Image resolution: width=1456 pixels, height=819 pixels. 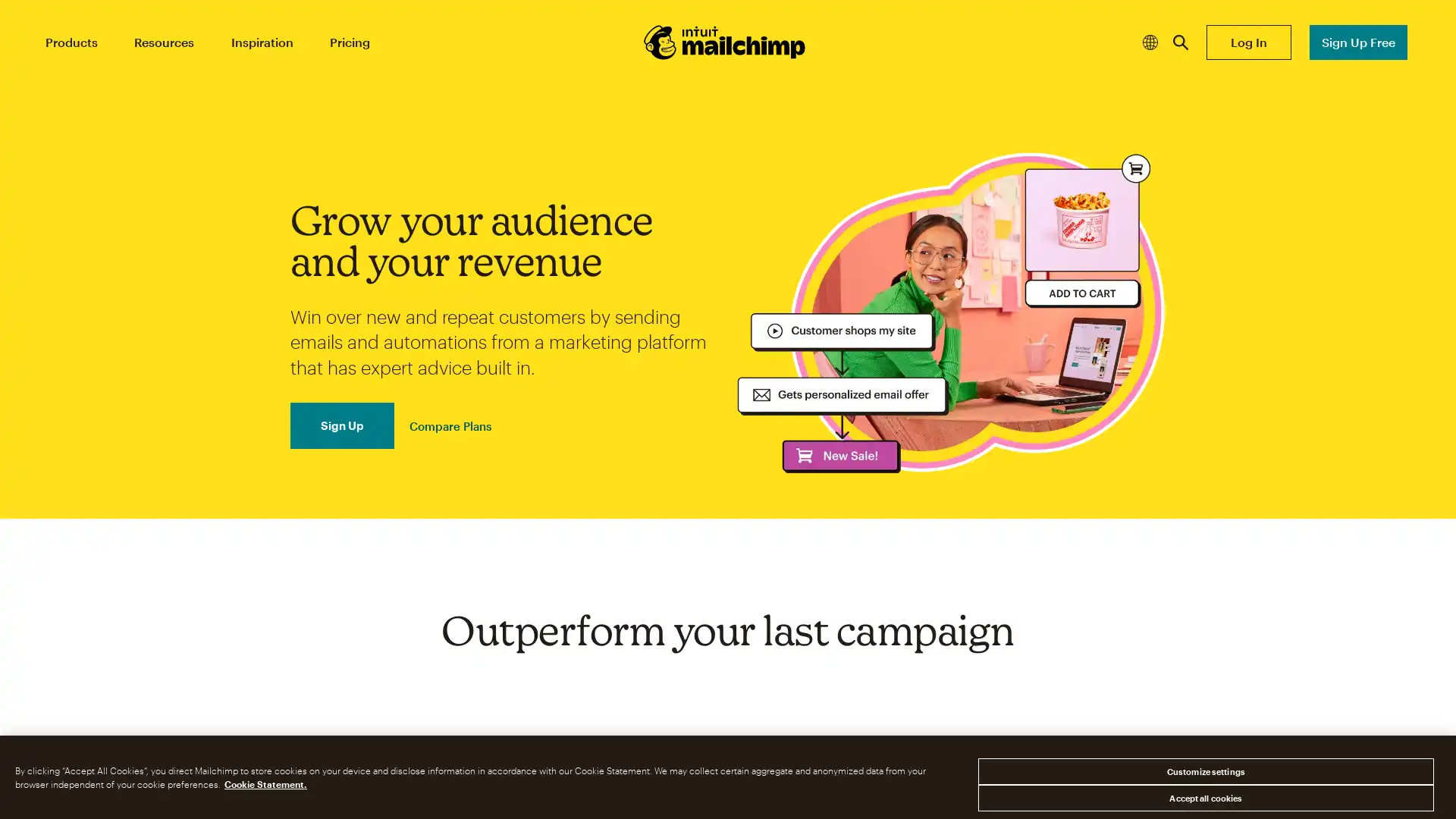 What do you see at coordinates (1204, 771) in the screenshot?
I see `Customize settings` at bounding box center [1204, 771].